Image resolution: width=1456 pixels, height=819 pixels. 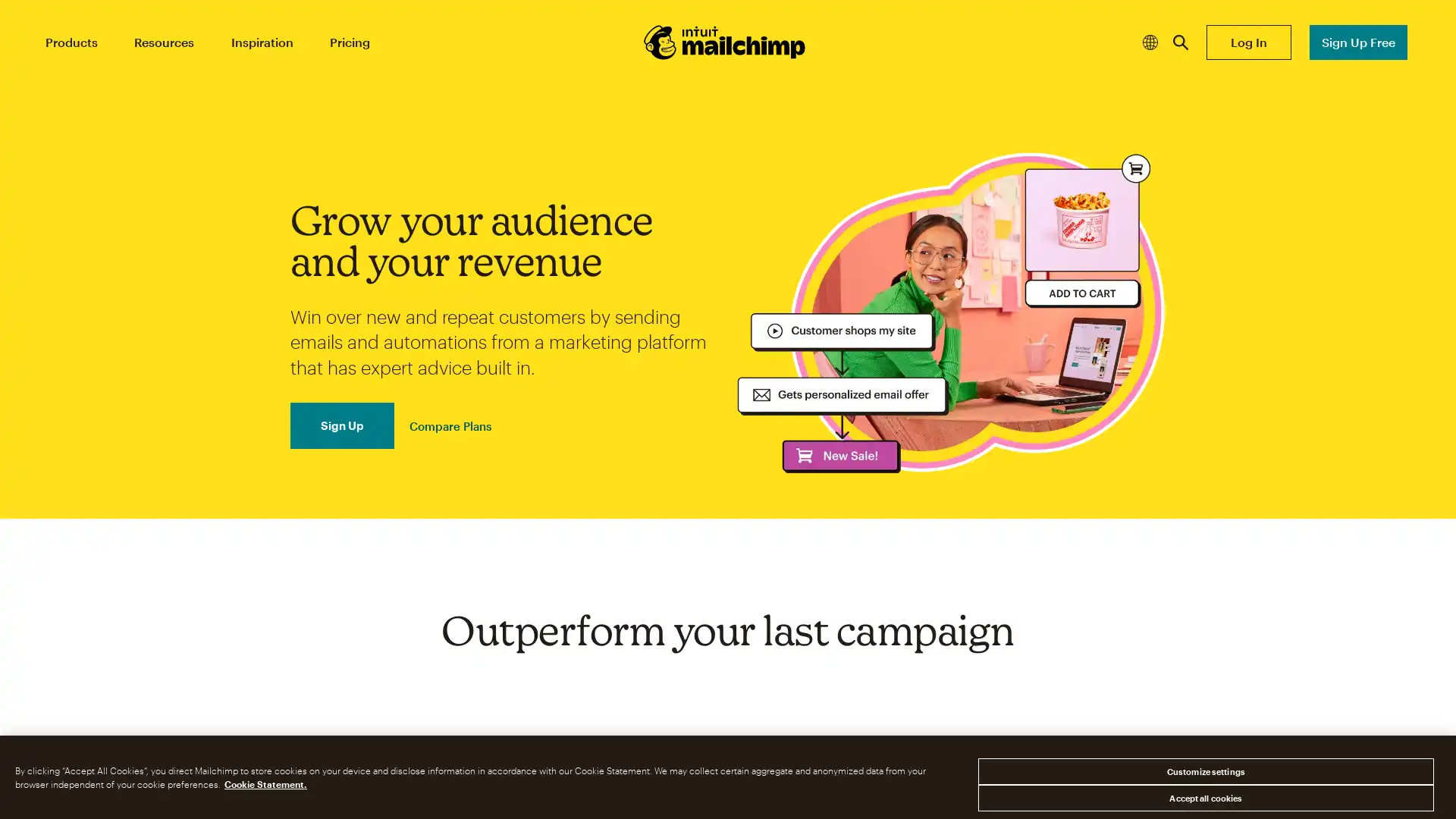 What do you see at coordinates (1204, 771) in the screenshot?
I see `Customize settings` at bounding box center [1204, 771].